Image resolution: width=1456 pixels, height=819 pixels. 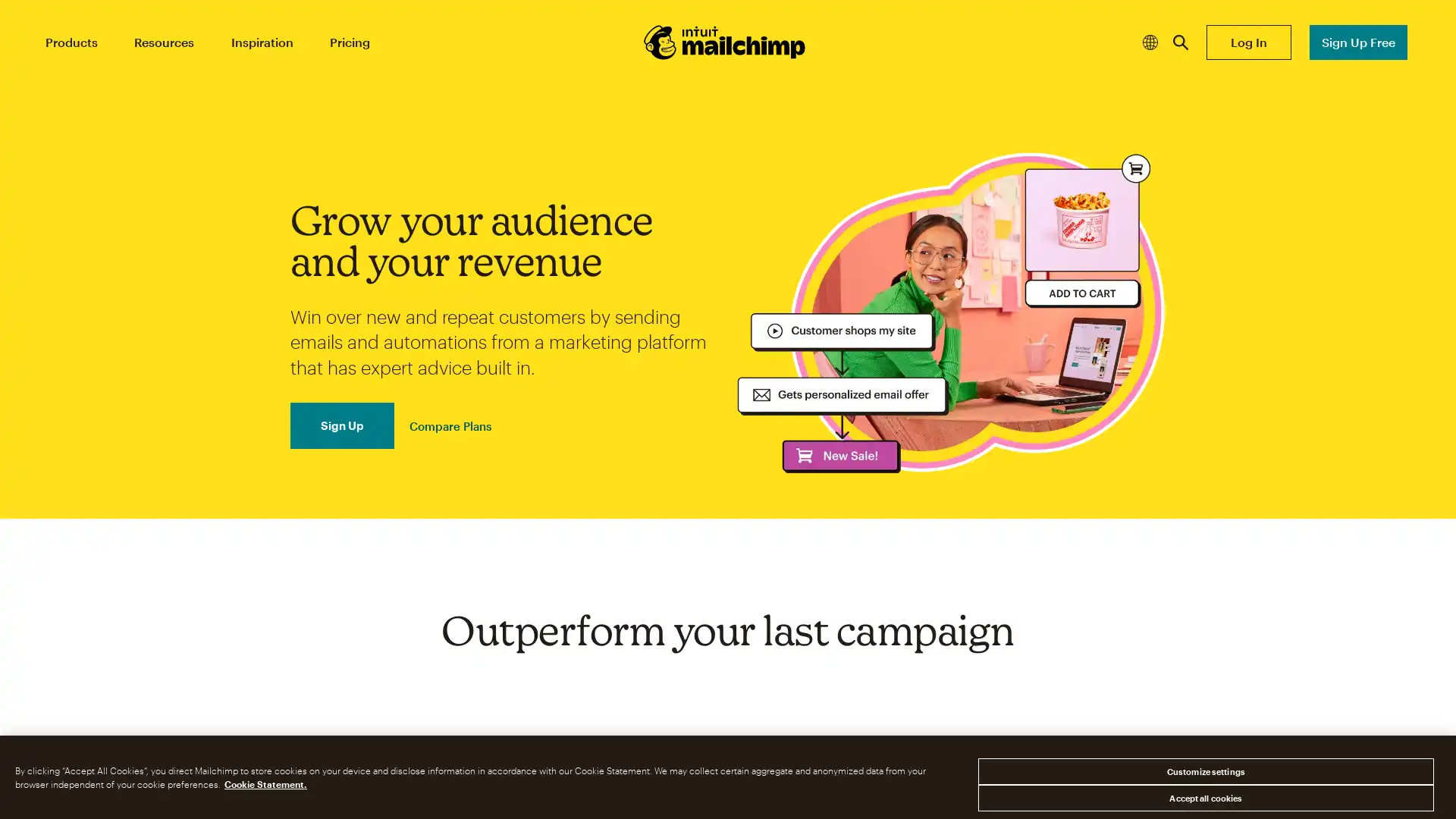 What do you see at coordinates (1204, 771) in the screenshot?
I see `Customize settings` at bounding box center [1204, 771].